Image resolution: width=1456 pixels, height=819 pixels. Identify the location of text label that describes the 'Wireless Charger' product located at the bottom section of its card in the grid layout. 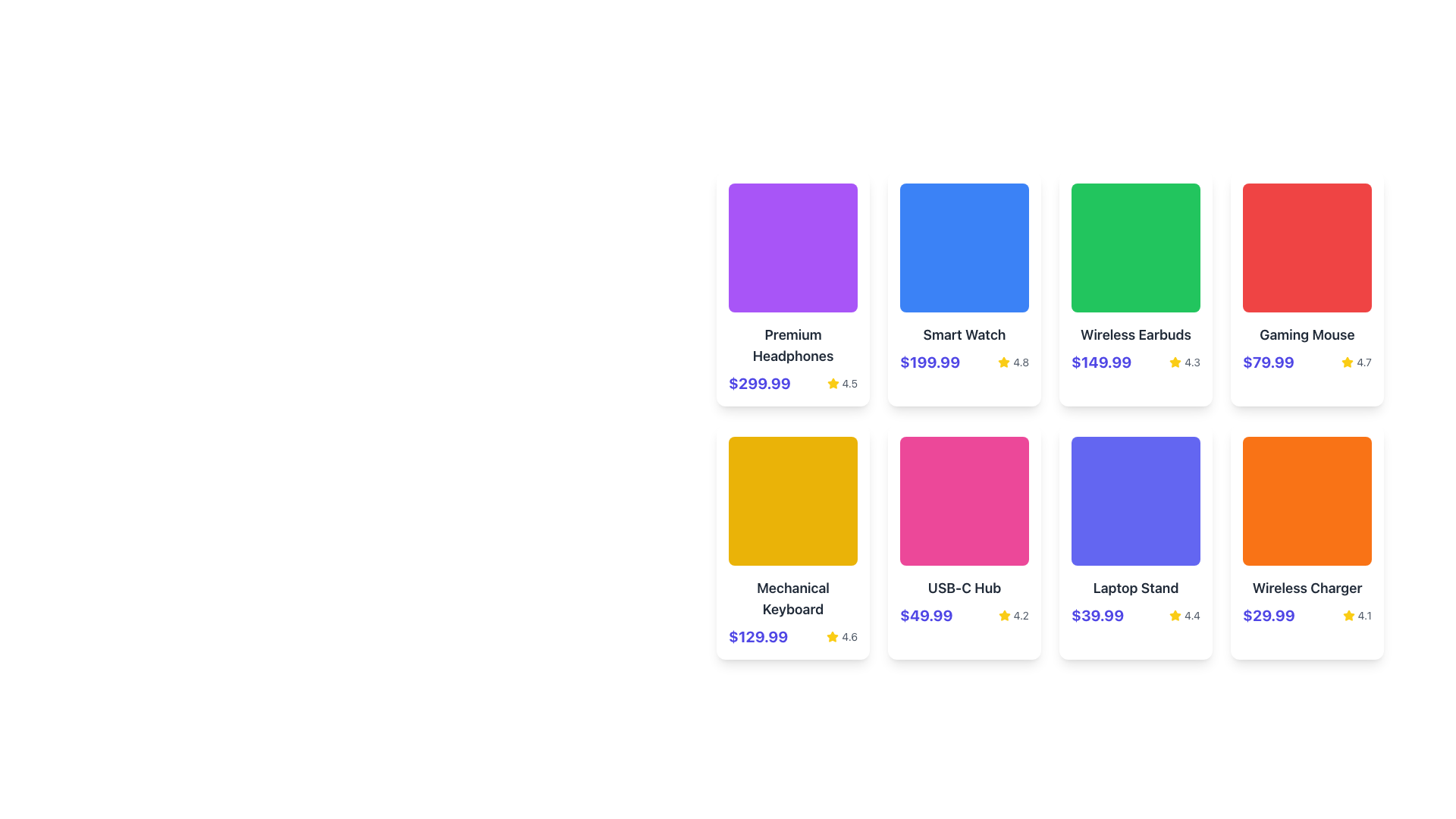
(1306, 587).